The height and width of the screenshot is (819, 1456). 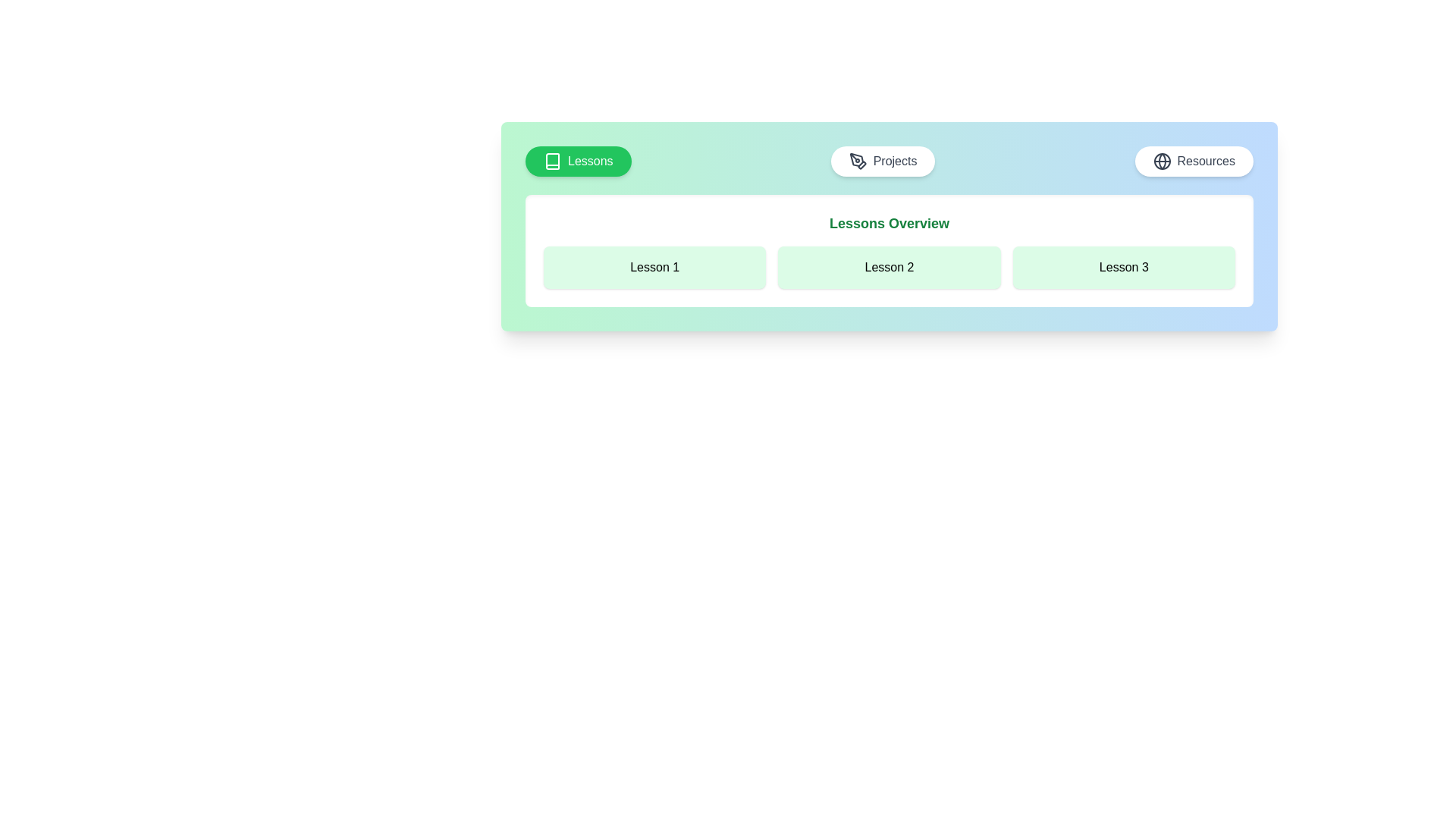 What do you see at coordinates (552, 161) in the screenshot?
I see `the 'Lessons' icon located within the green button in the top left corner of the interface` at bounding box center [552, 161].